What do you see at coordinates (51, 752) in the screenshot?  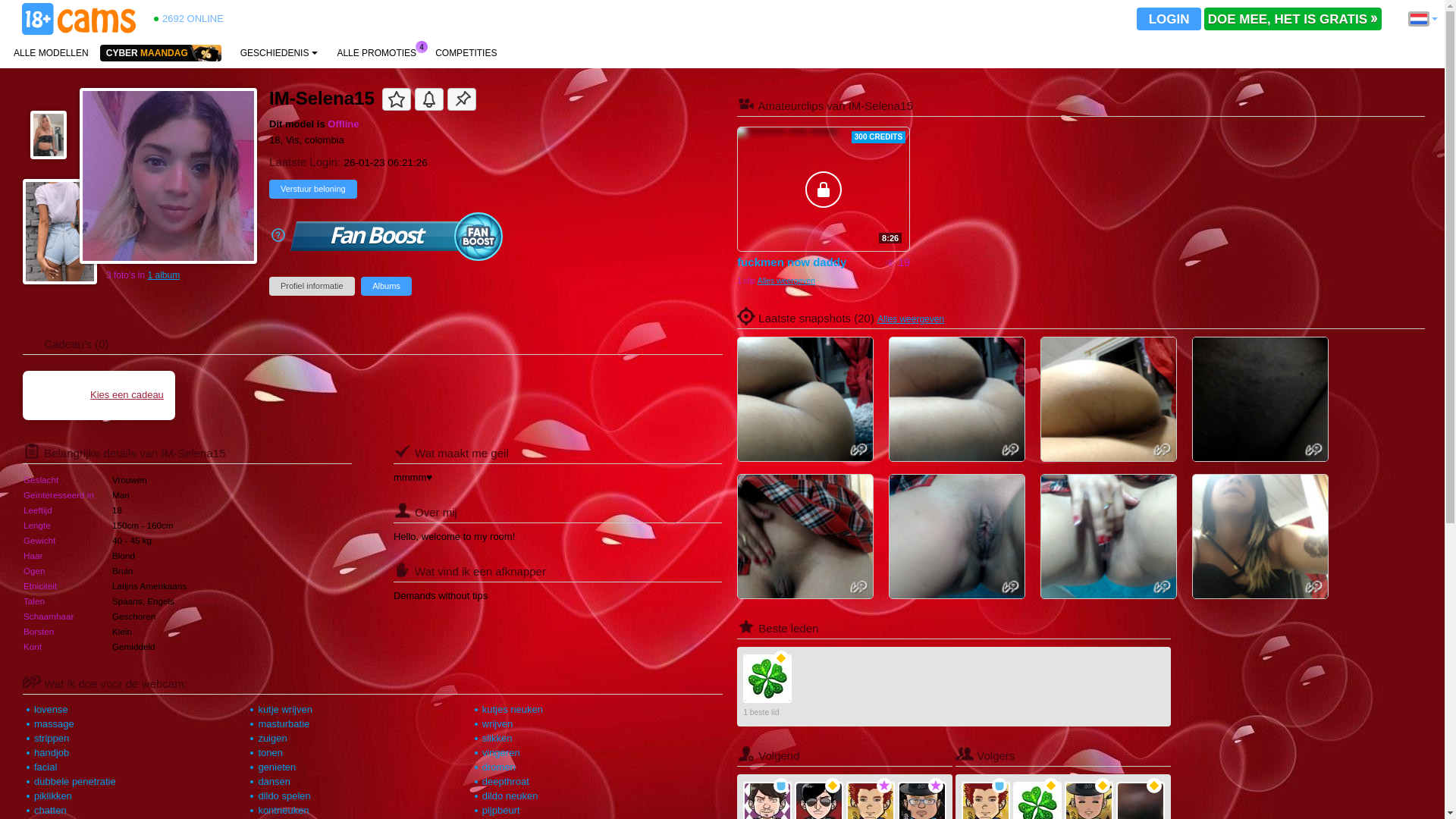 I see `'handjob'` at bounding box center [51, 752].